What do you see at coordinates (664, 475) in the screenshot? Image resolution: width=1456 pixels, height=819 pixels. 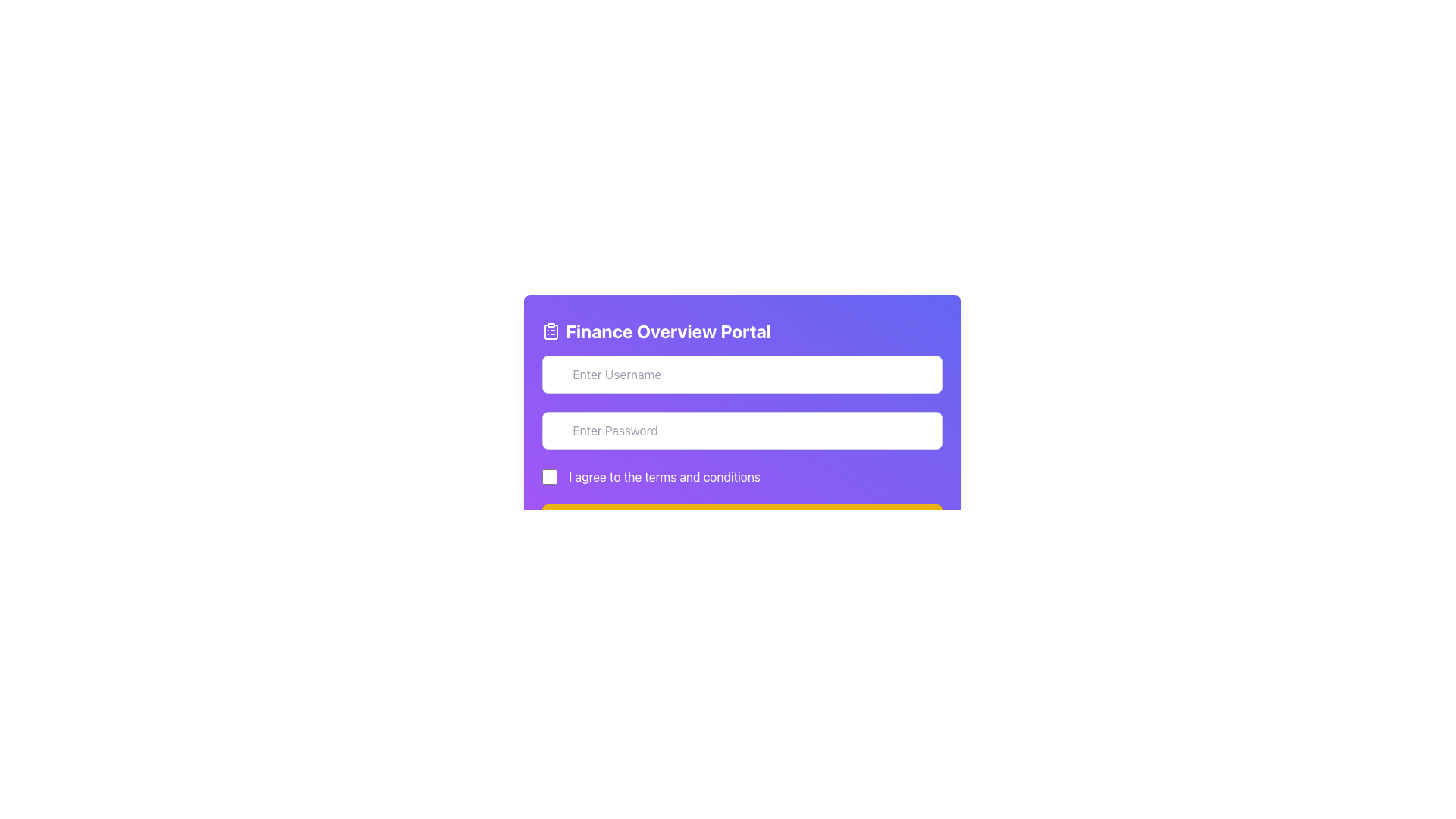 I see `the text label displaying 'I agree to the terms and conditions', which is styled with white font on a purple background and located below the input fields for username and password` at bounding box center [664, 475].